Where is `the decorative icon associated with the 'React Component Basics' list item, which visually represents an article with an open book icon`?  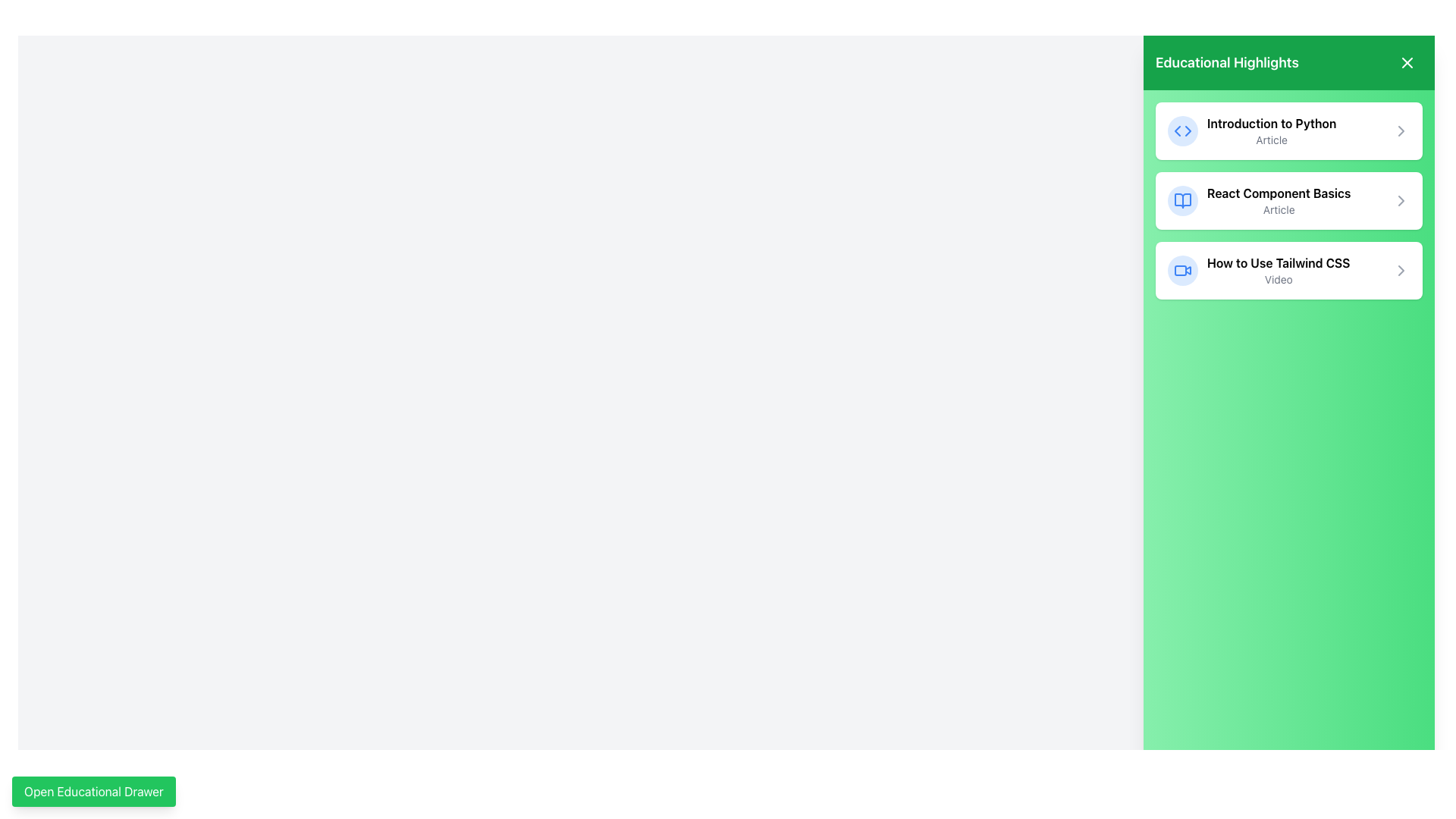
the decorative icon associated with the 'React Component Basics' list item, which visually represents an article with an open book icon is located at coordinates (1182, 200).